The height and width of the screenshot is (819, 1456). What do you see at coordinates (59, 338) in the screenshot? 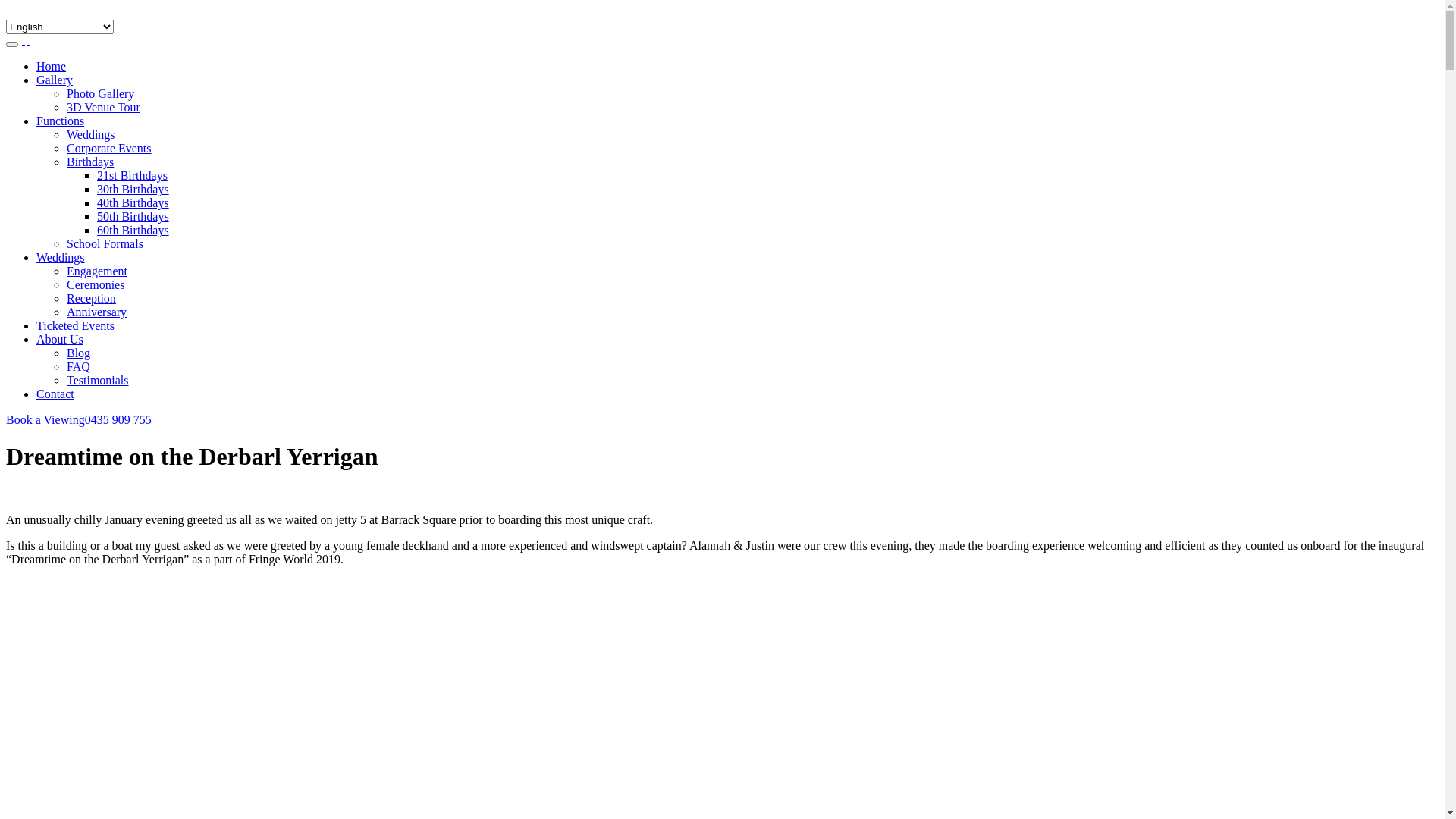
I see `'About Us'` at bounding box center [59, 338].